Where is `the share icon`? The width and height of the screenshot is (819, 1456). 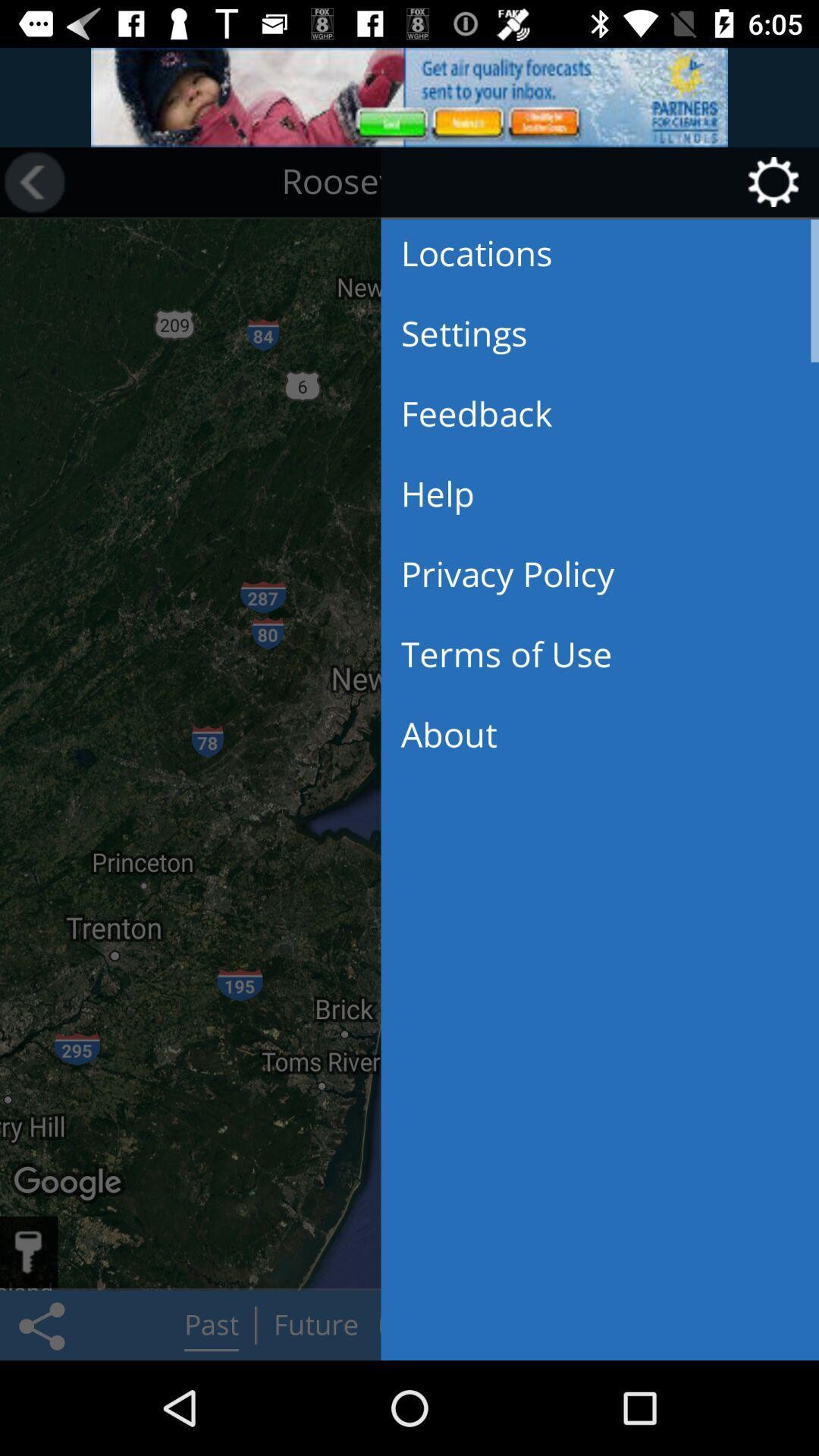
the share icon is located at coordinates (44, 1324).